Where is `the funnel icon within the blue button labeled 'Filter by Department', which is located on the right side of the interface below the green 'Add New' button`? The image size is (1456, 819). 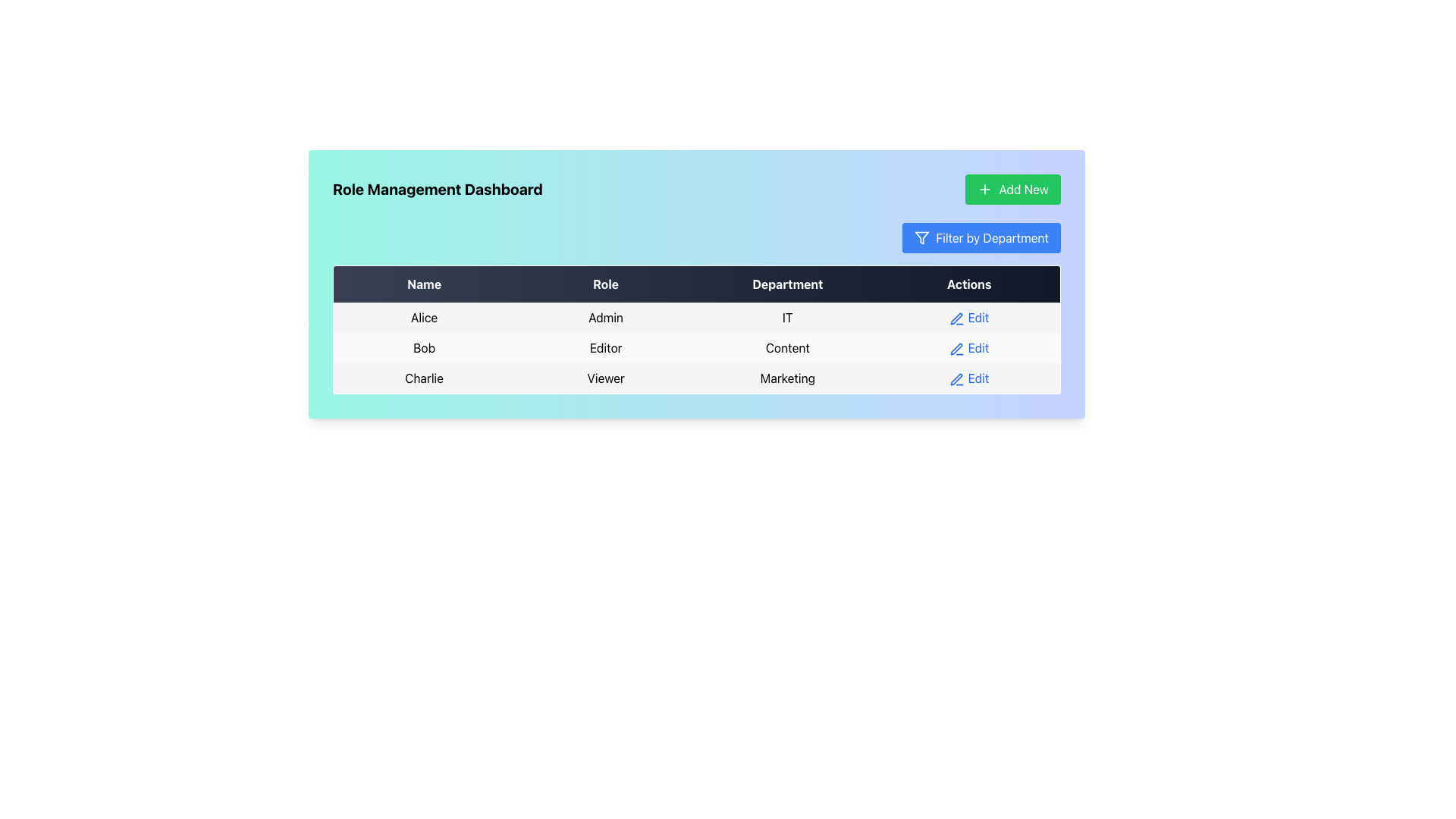 the funnel icon within the blue button labeled 'Filter by Department', which is located on the right side of the interface below the green 'Add New' button is located at coordinates (921, 237).